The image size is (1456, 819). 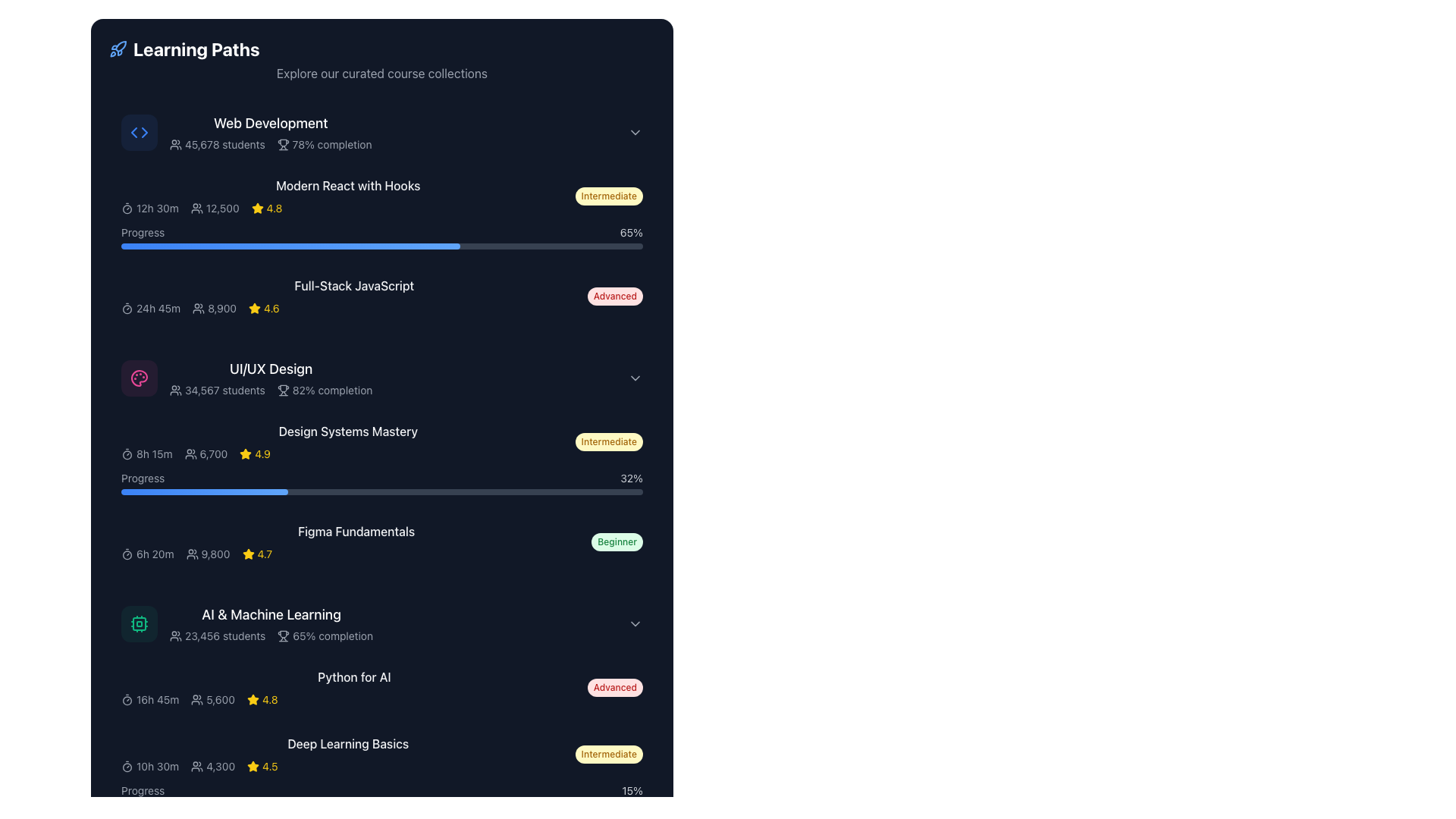 What do you see at coordinates (151, 308) in the screenshot?
I see `the static text display showing the duration '24h 45m' with a timer icon, located in the UI section for the 'Full-Stack JavaScript' course` at bounding box center [151, 308].